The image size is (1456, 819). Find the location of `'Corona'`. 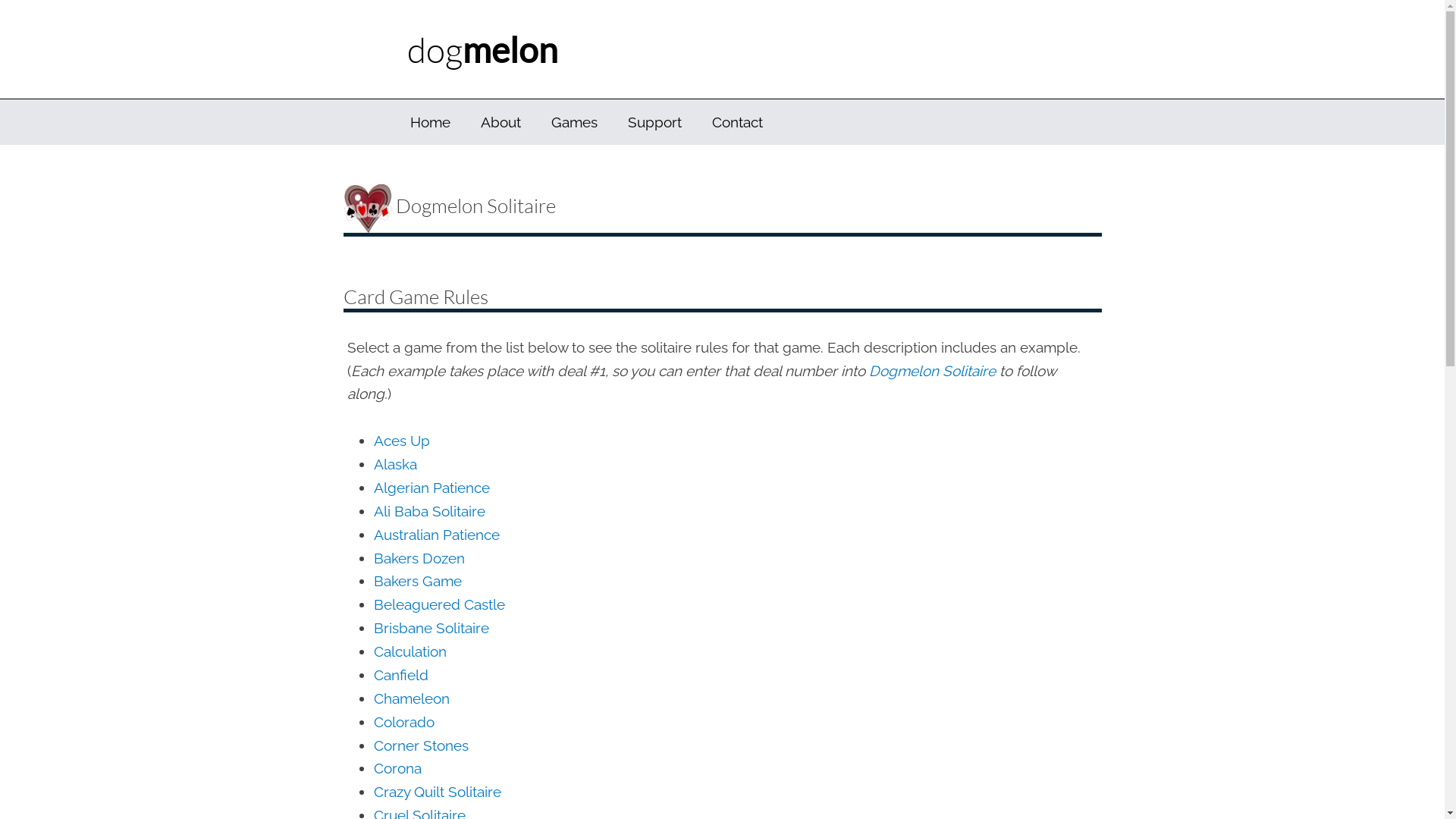

'Corona' is located at coordinates (397, 768).